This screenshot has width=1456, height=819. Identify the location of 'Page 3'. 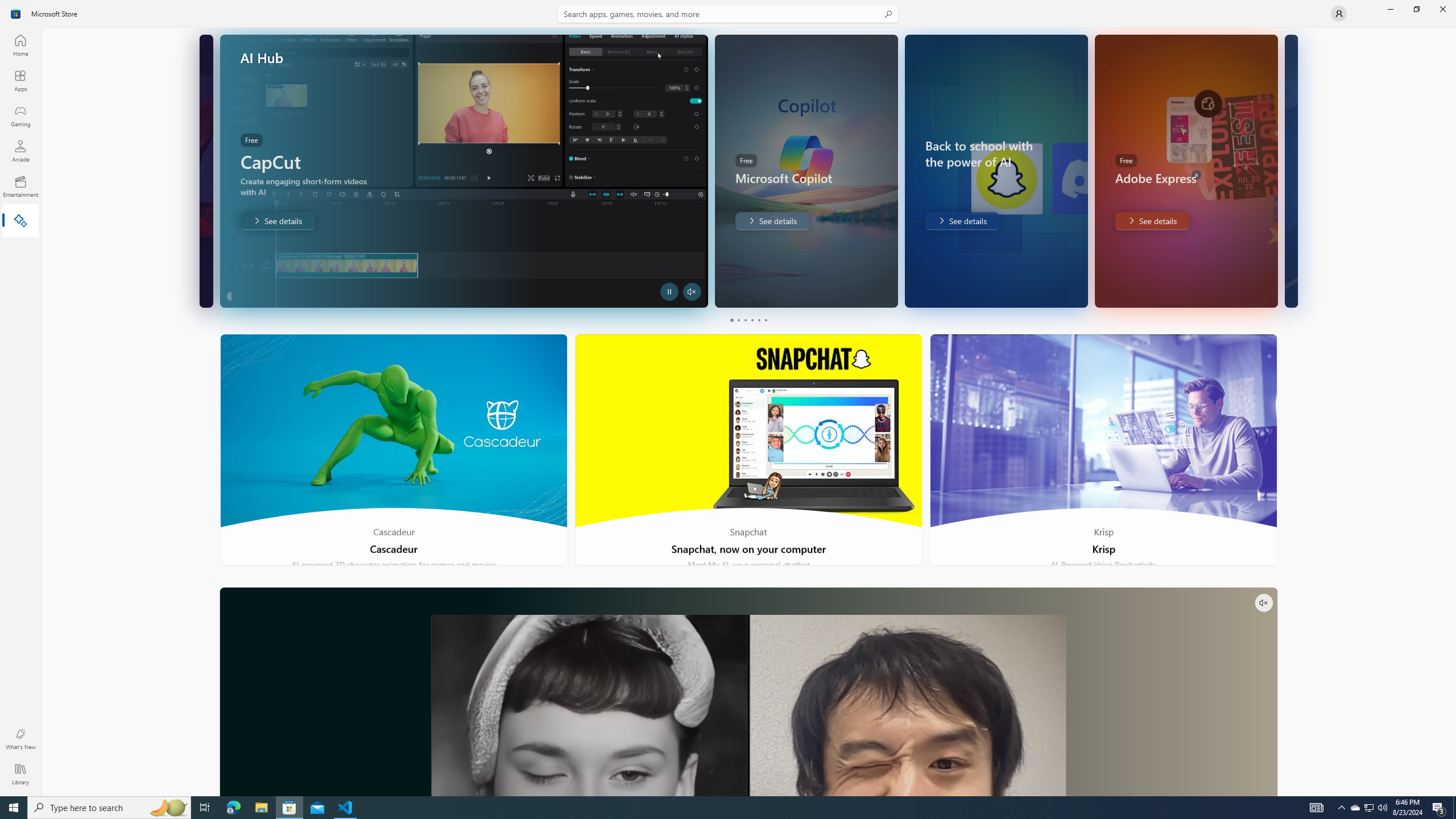
(744, 320).